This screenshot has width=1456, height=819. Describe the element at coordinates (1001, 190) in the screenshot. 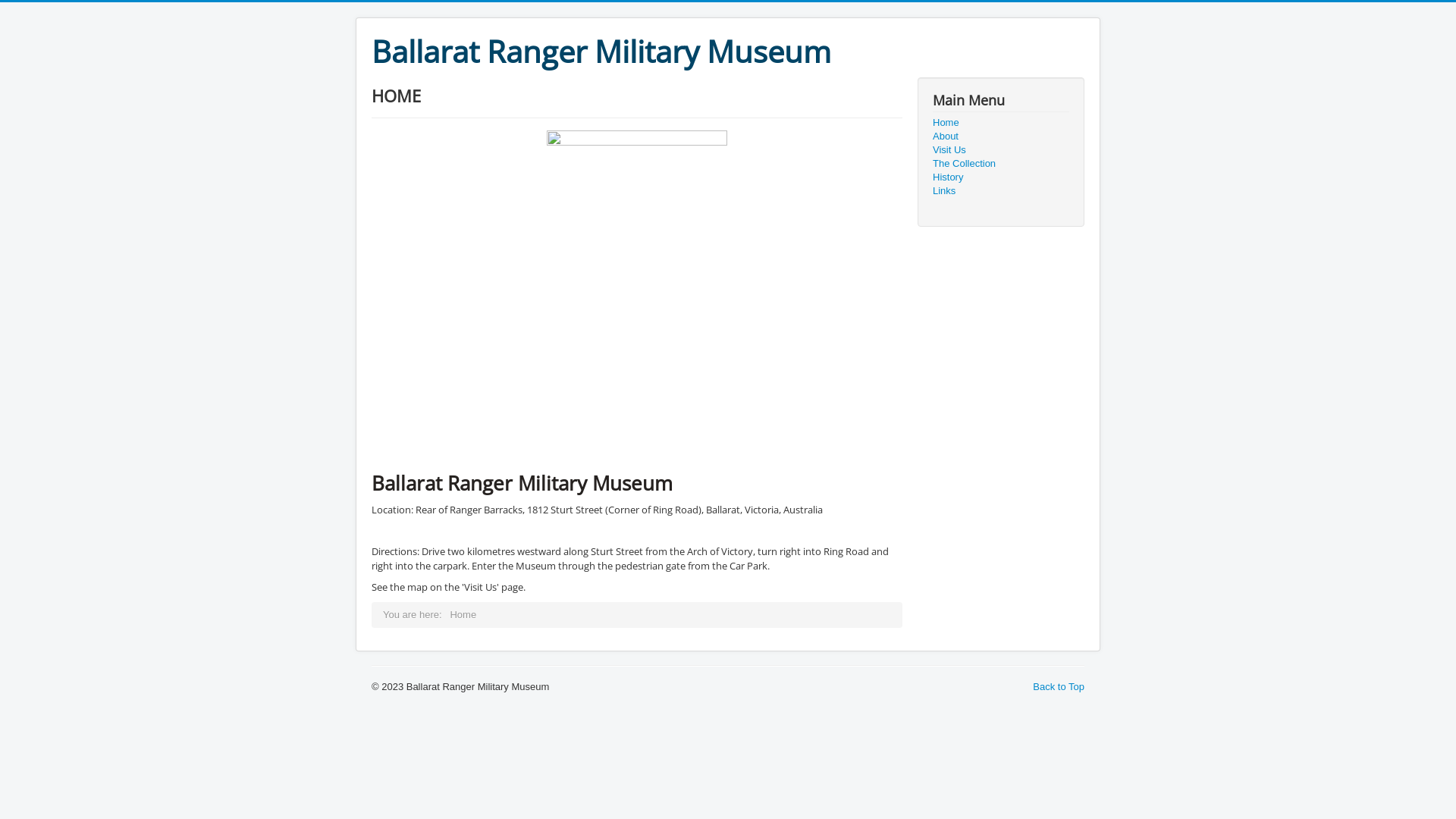

I see `'Links'` at that location.